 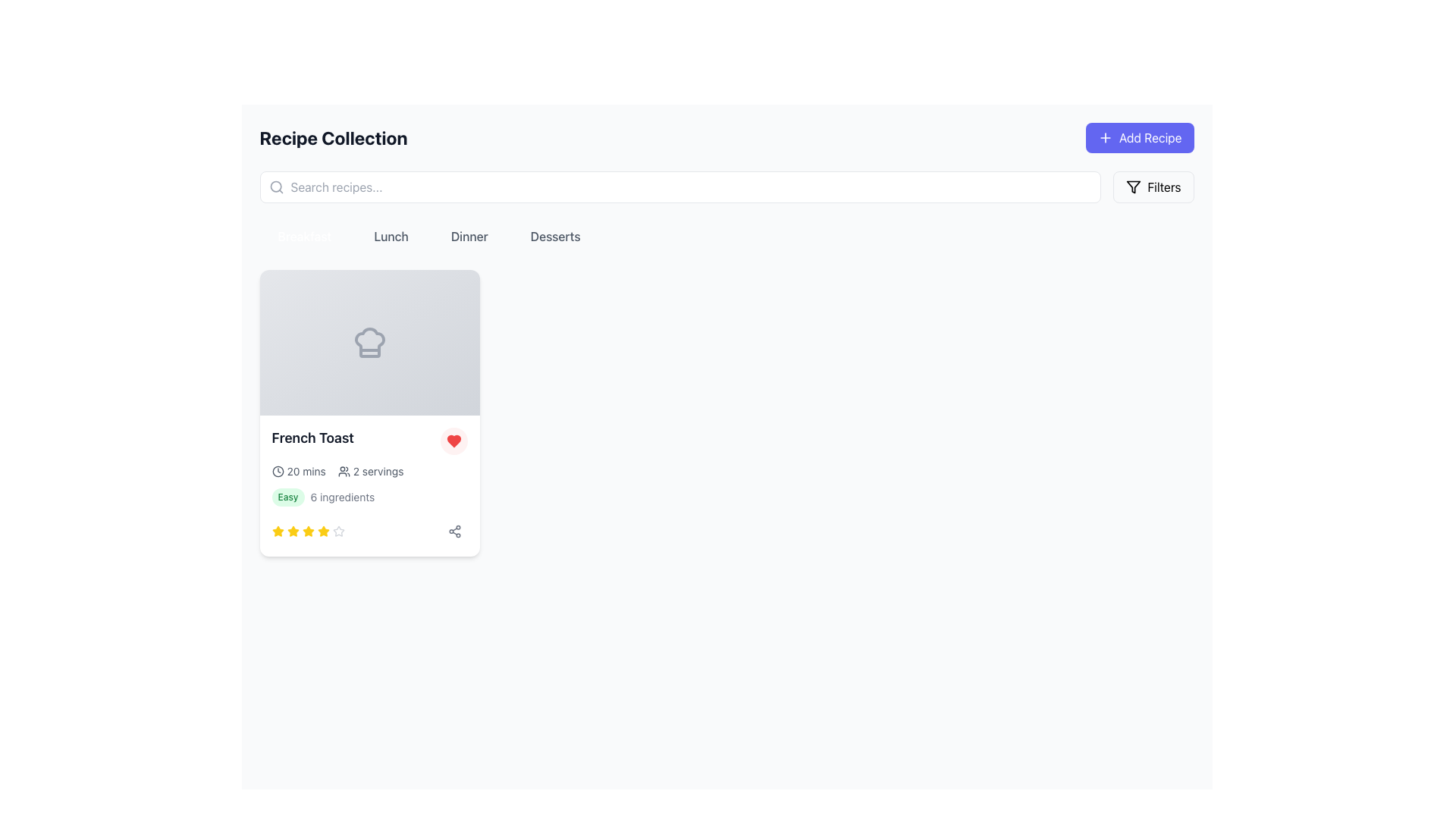 What do you see at coordinates (293, 531) in the screenshot?
I see `the third star icon in the rating system located below the 'French Toast' recipe card` at bounding box center [293, 531].